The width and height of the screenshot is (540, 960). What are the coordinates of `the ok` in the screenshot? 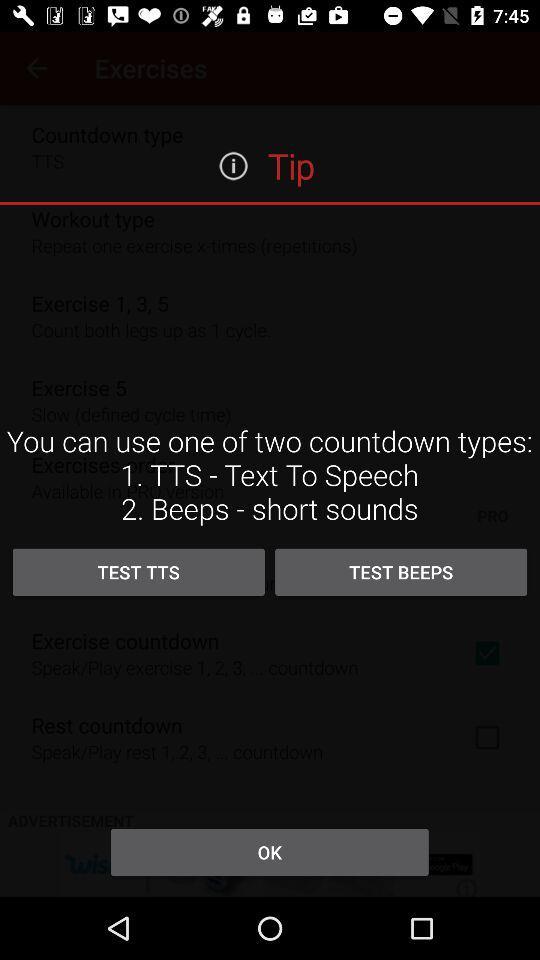 It's located at (269, 851).